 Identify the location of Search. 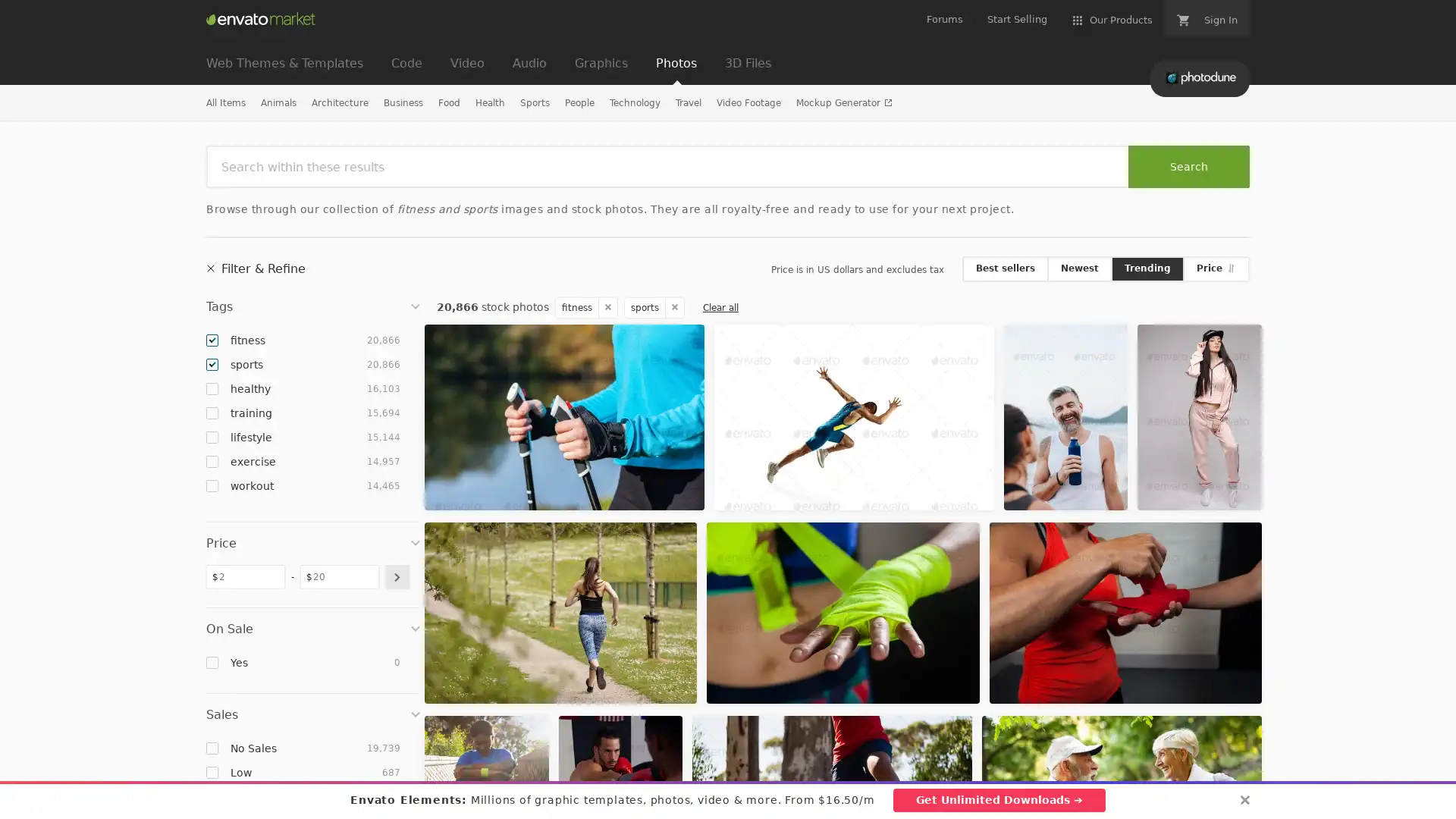
(1188, 166).